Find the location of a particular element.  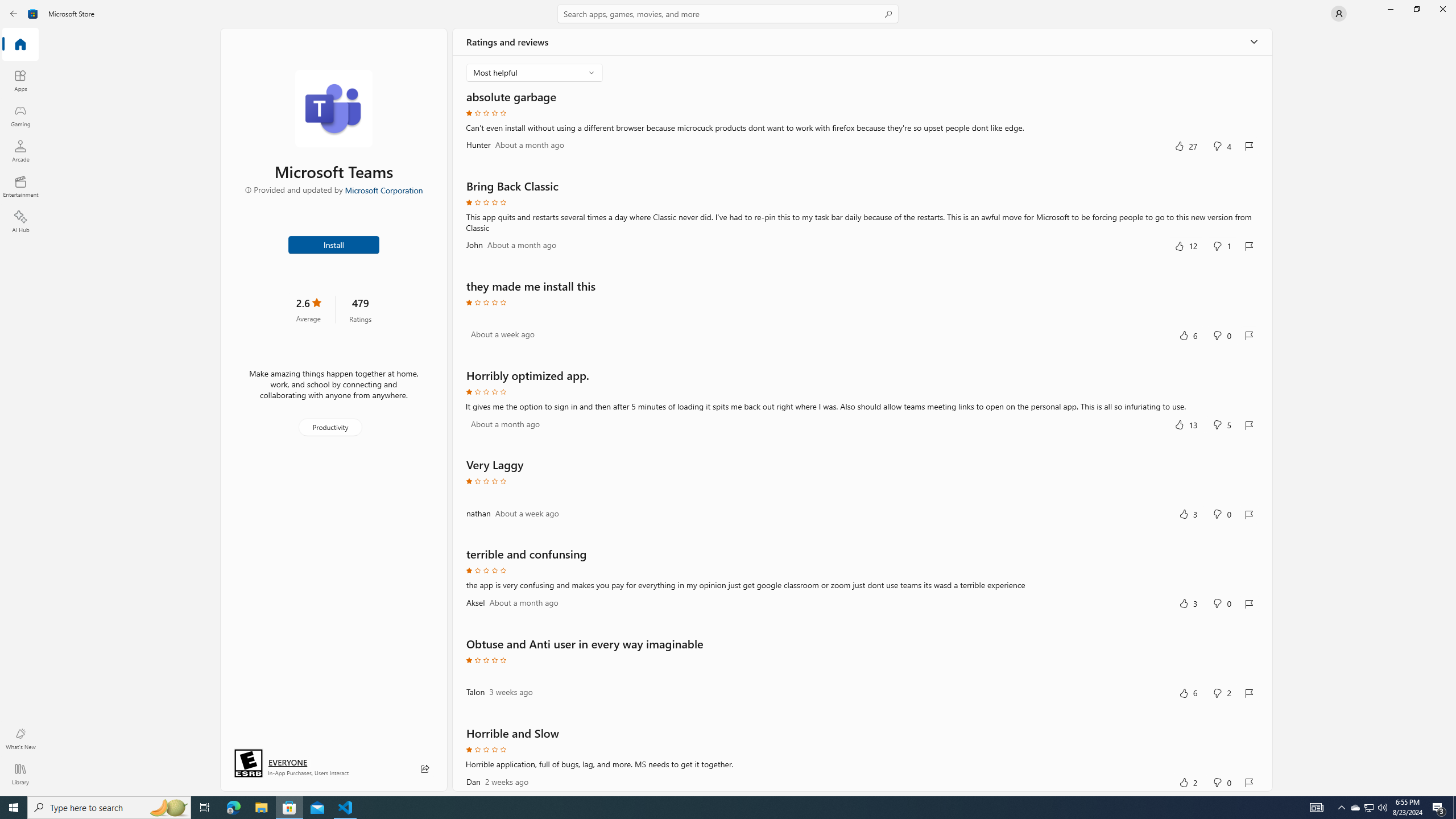

'Productivity' is located at coordinates (329, 427).